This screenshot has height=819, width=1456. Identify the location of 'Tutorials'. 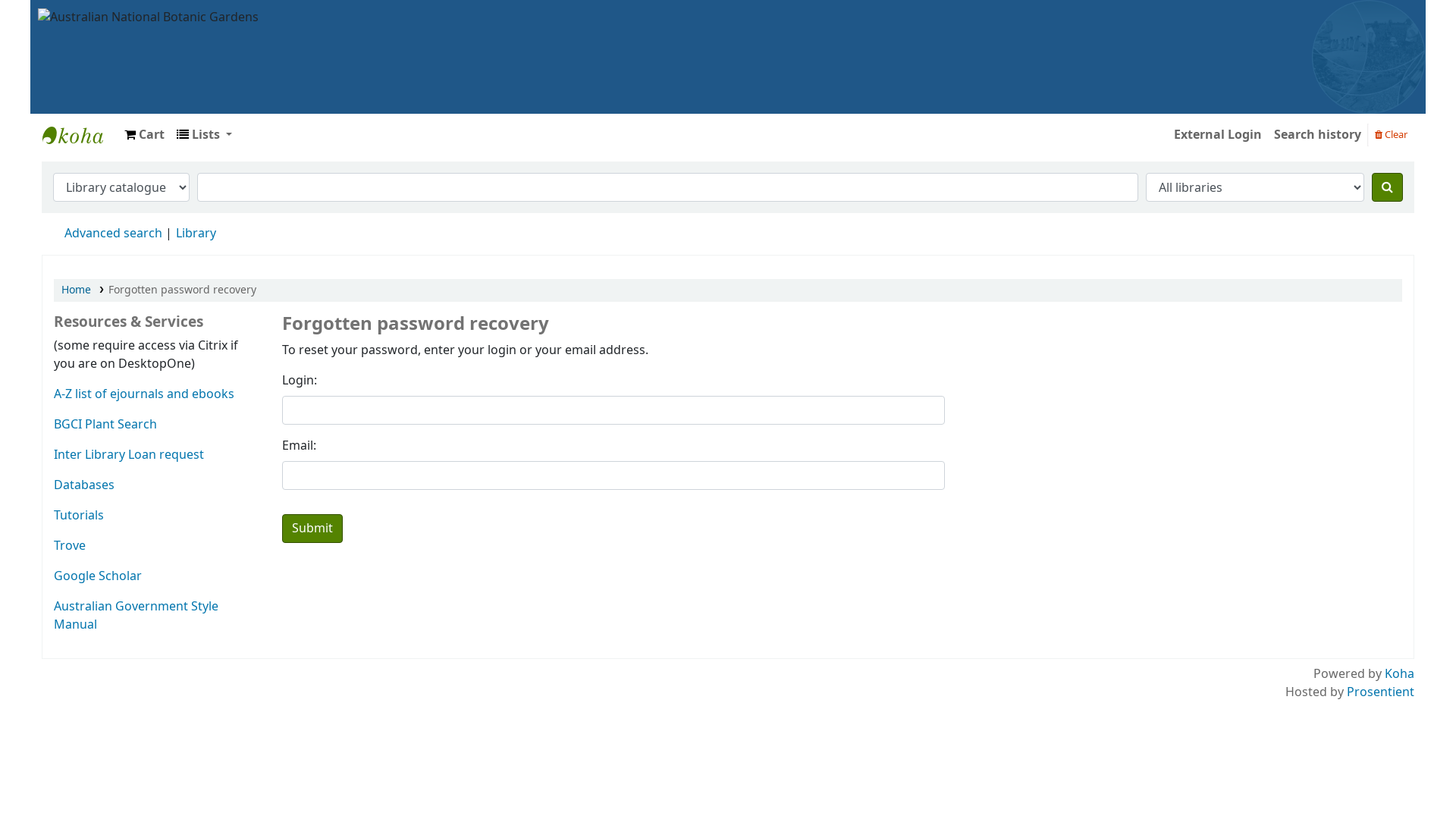
(54, 514).